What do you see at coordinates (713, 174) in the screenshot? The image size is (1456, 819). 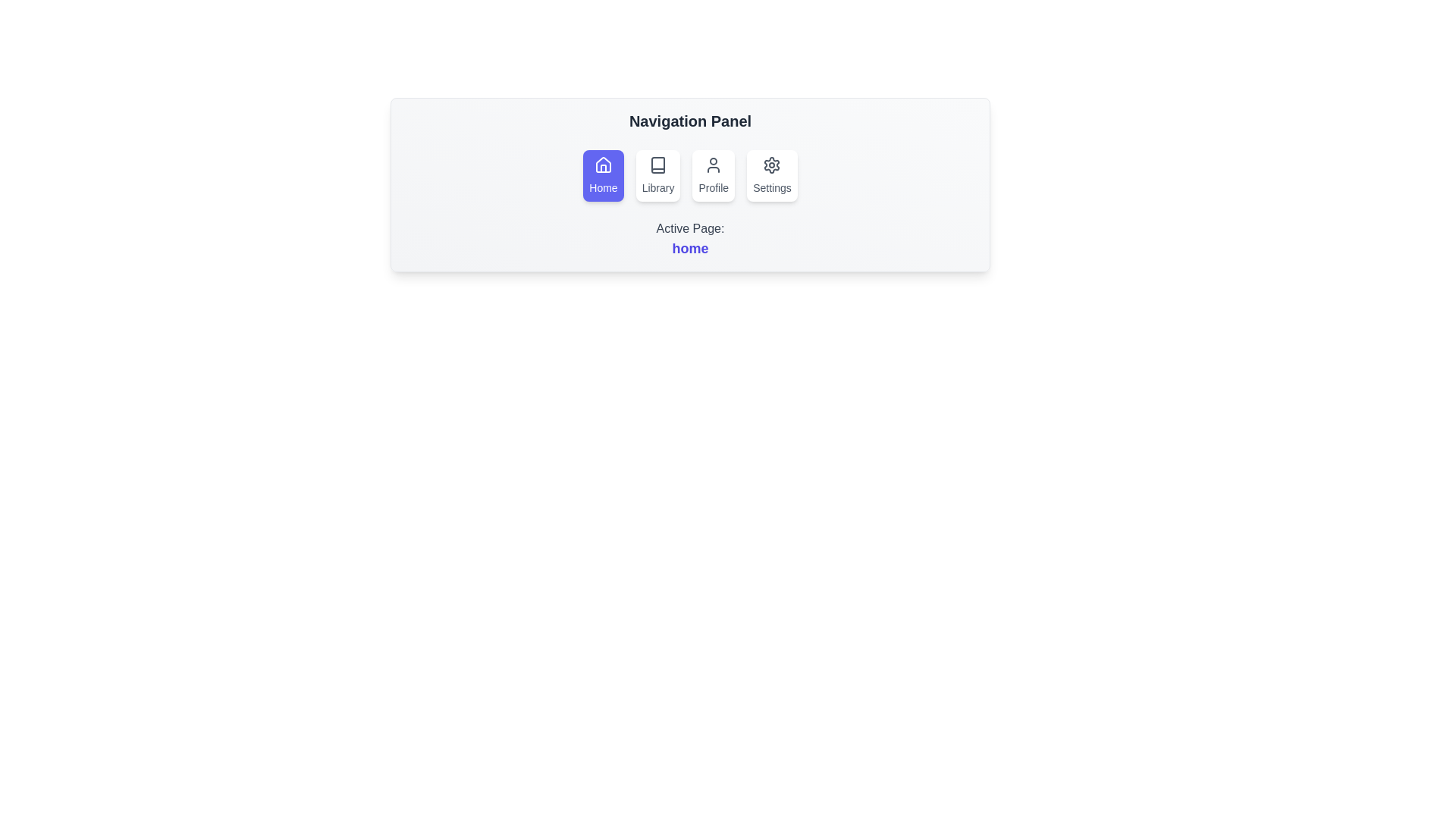 I see `the Profile button located in the horizontal navigation panel, which is the third option from the left` at bounding box center [713, 174].